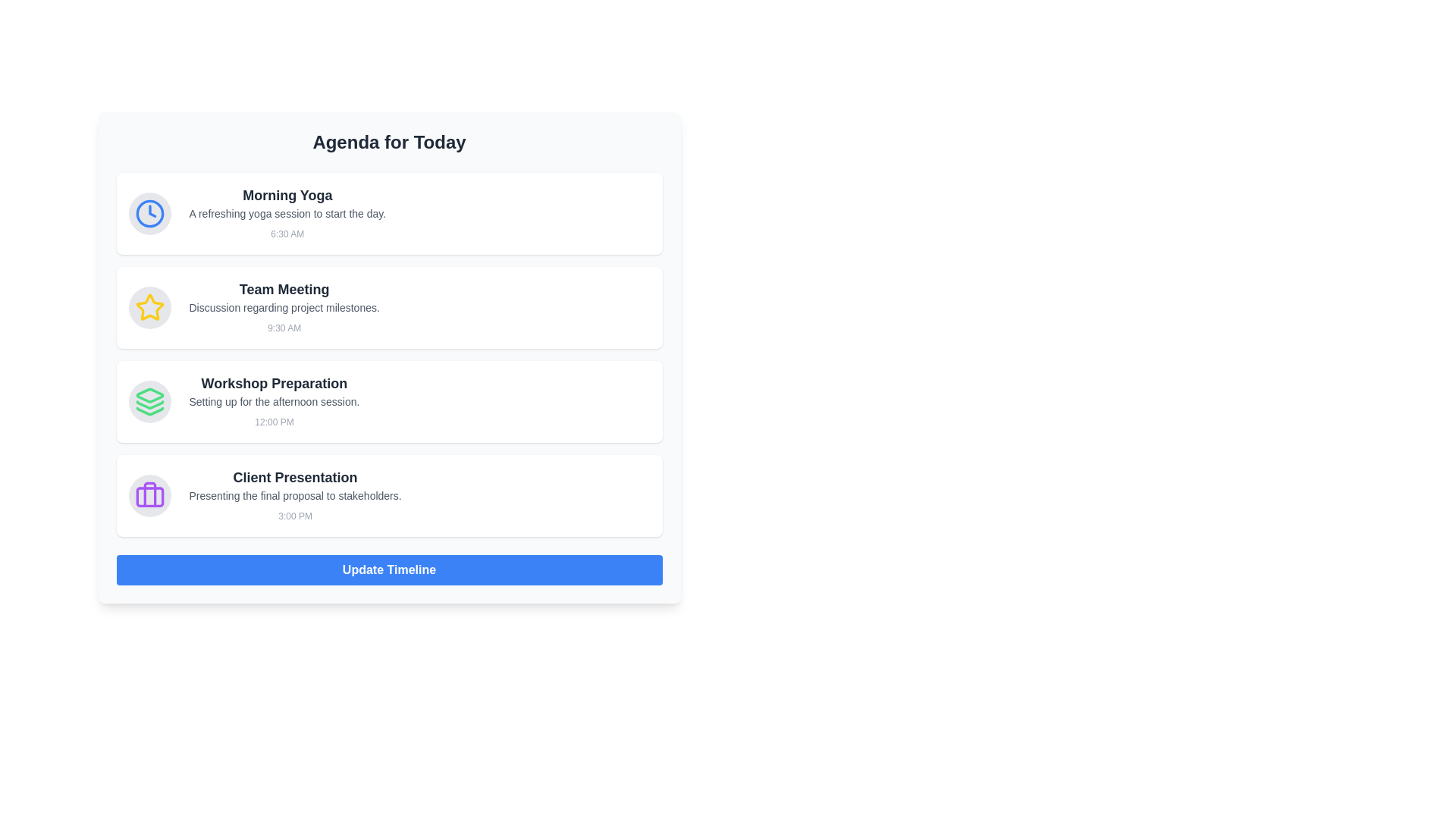 The image size is (1456, 819). I want to click on the 'Morning Yoga' session card, so click(389, 213).